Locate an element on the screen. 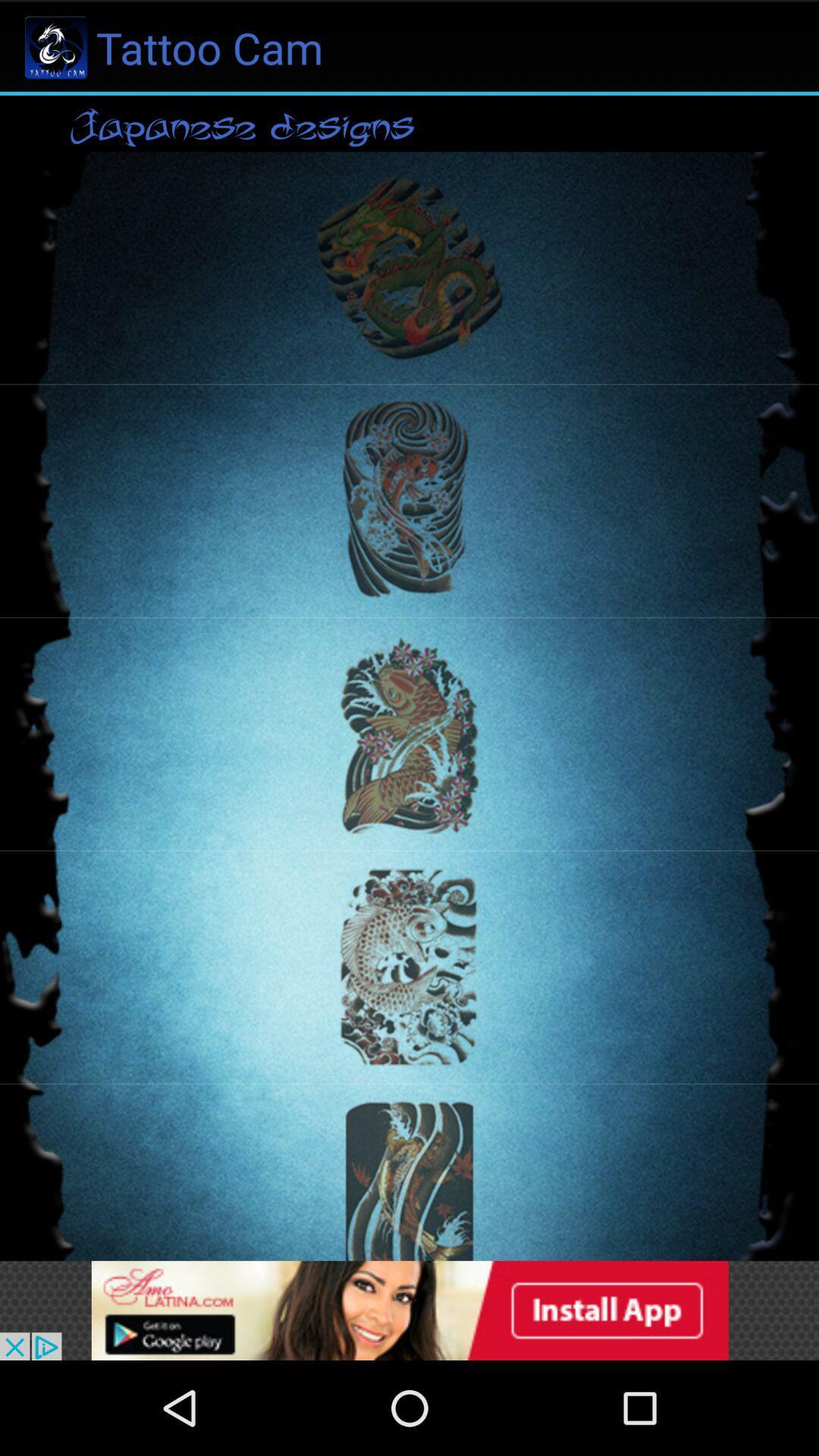  link in advertisement is located at coordinates (409, 1310).